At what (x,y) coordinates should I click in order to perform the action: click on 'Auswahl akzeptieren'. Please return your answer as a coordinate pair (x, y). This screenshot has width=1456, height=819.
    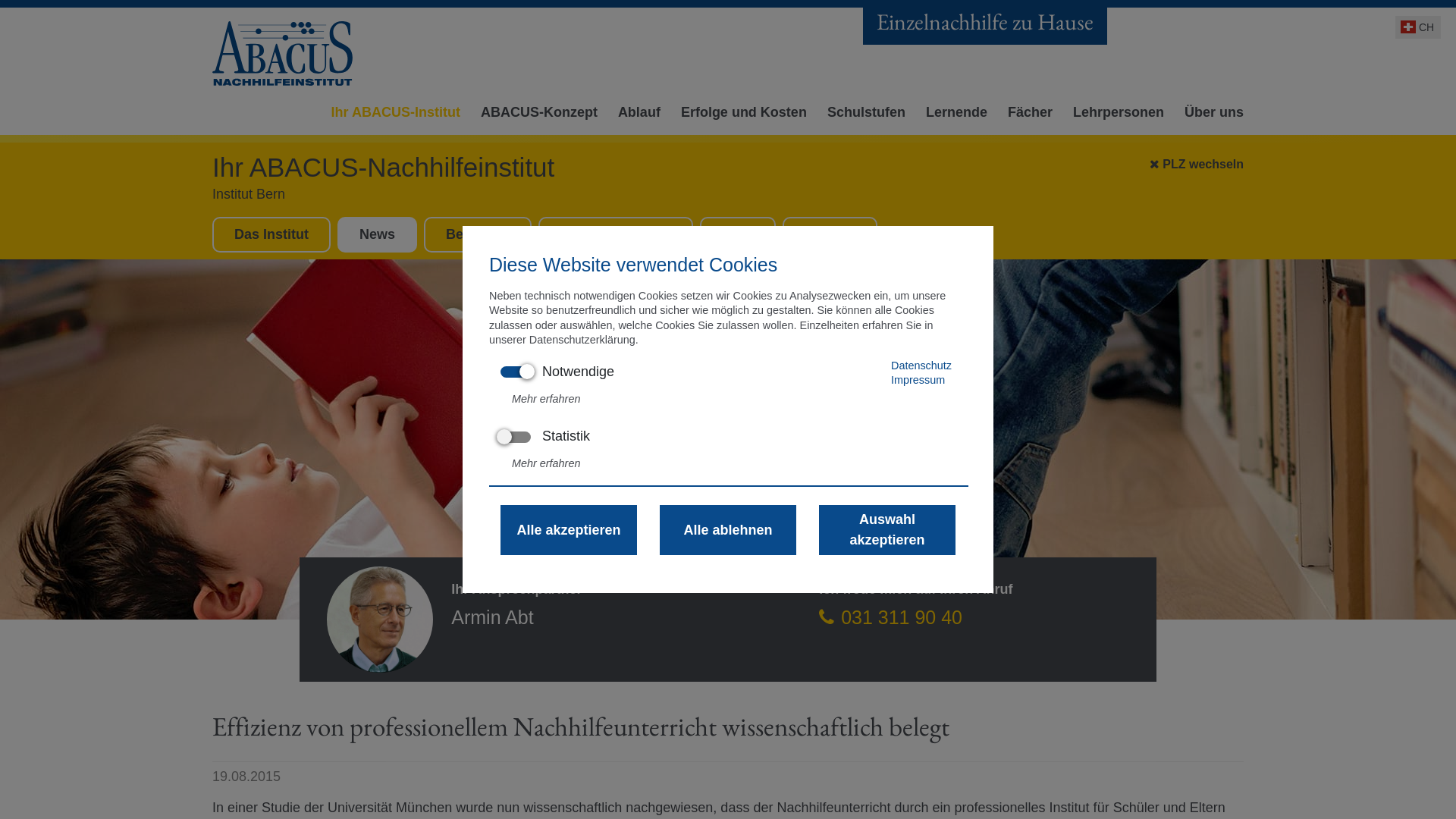
    Looking at the image, I should click on (887, 529).